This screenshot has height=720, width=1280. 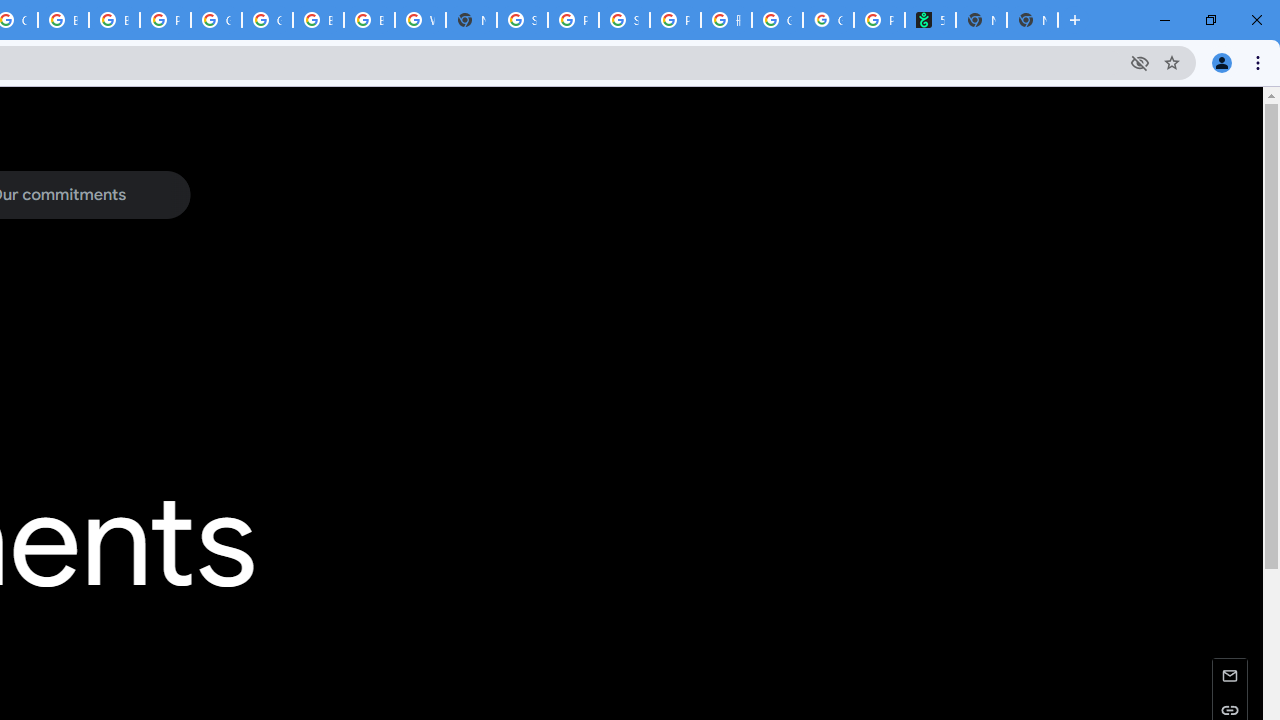 What do you see at coordinates (317, 20) in the screenshot?
I see `'Browse Chrome as a guest - Computer - Google Chrome Help'` at bounding box center [317, 20].